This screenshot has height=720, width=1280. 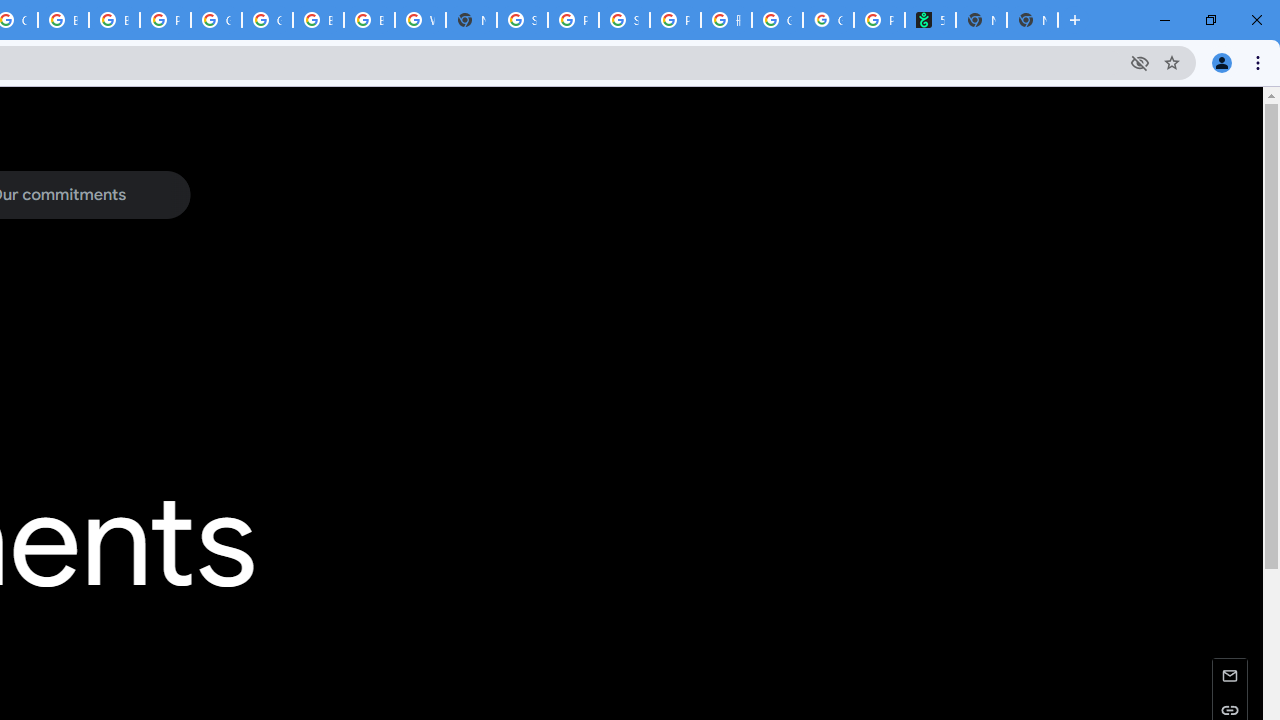 What do you see at coordinates (317, 20) in the screenshot?
I see `'Browse Chrome as a guest - Computer - Google Chrome Help'` at bounding box center [317, 20].